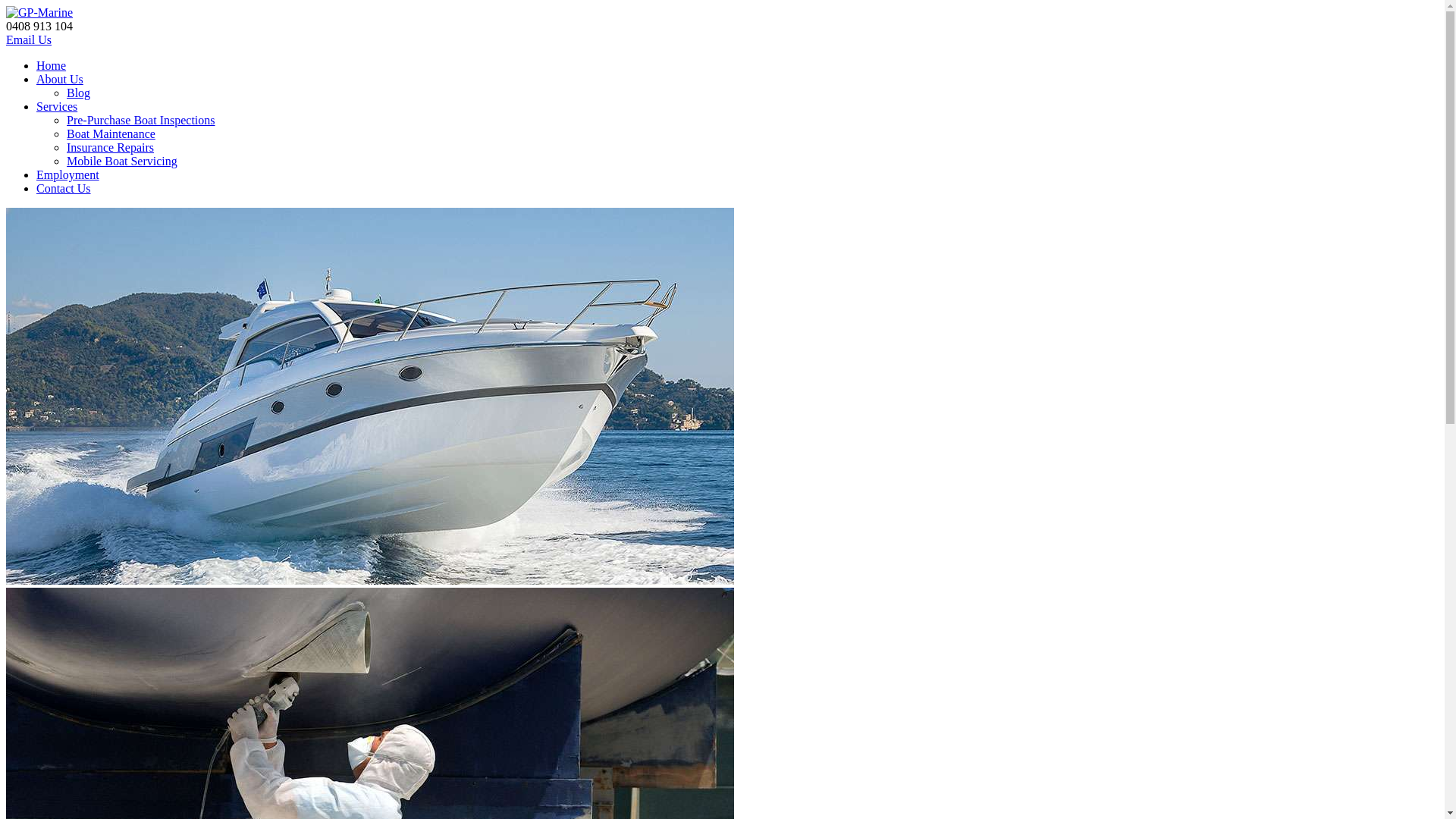 The image size is (1456, 819). What do you see at coordinates (29, 39) in the screenshot?
I see `'Email Us'` at bounding box center [29, 39].